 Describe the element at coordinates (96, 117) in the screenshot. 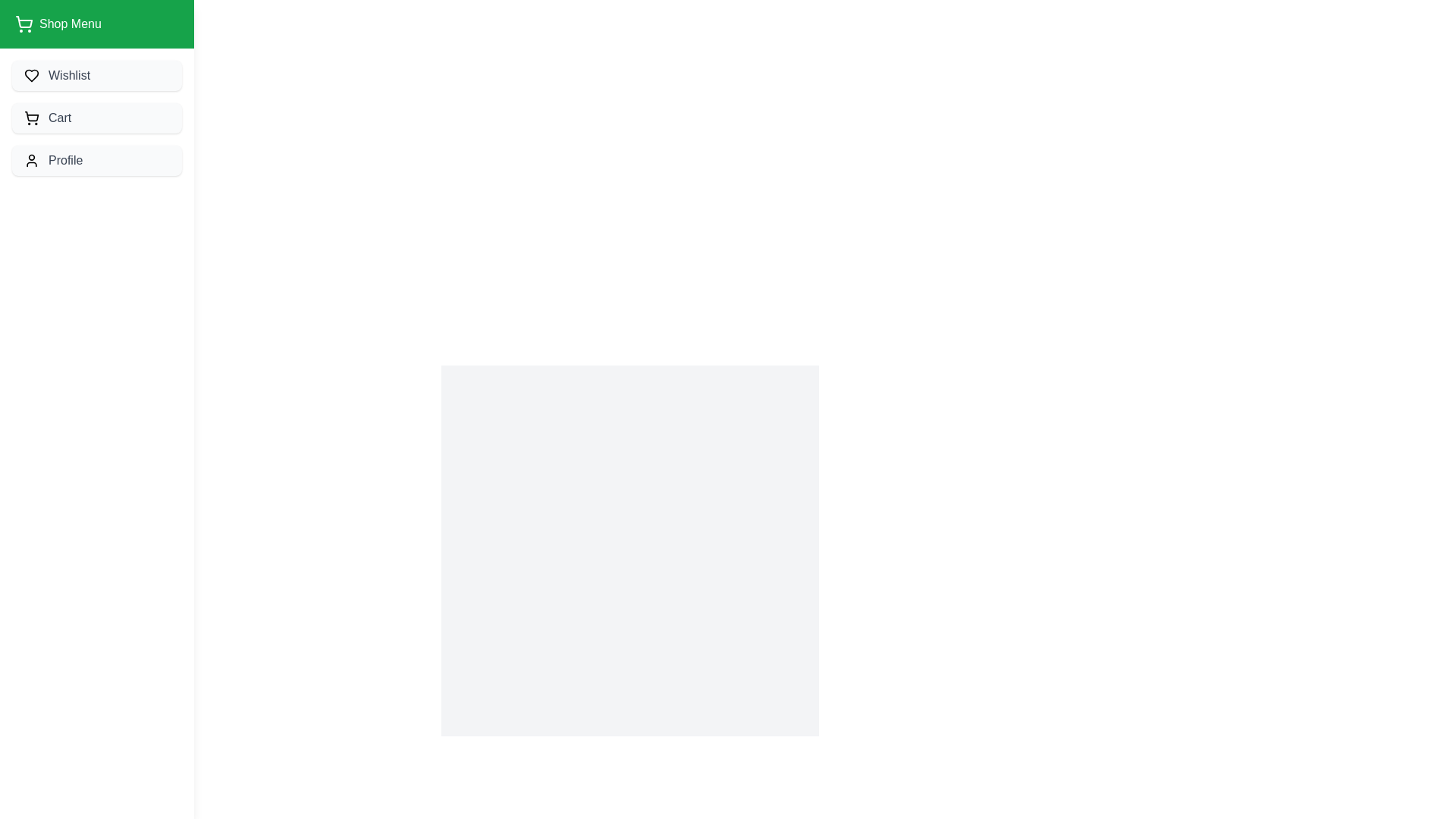

I see `the navigation drawer item Cart` at that location.